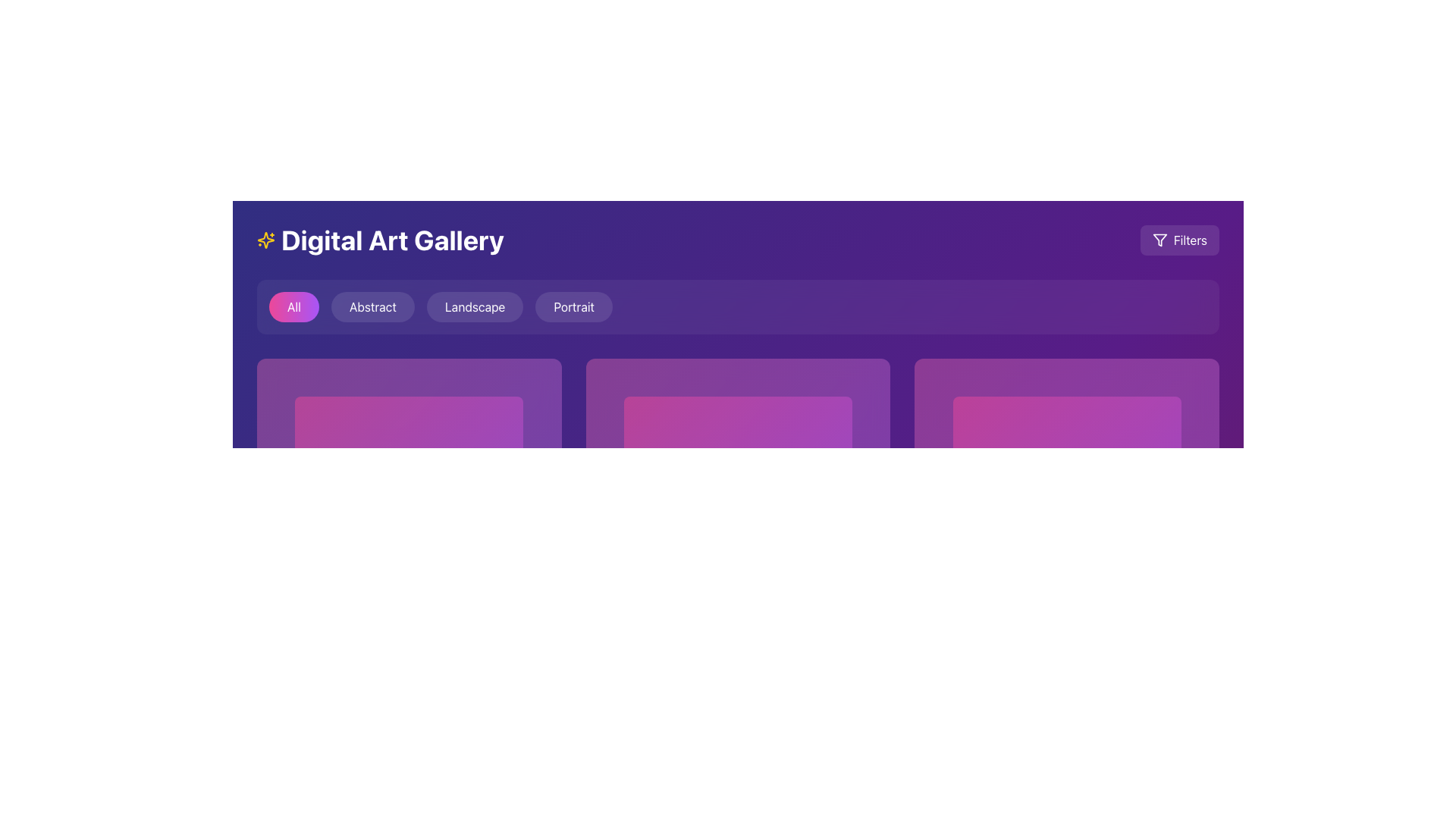 The width and height of the screenshot is (1456, 819). What do you see at coordinates (265, 239) in the screenshot?
I see `the decorative star-like SVG graphic located` at bounding box center [265, 239].